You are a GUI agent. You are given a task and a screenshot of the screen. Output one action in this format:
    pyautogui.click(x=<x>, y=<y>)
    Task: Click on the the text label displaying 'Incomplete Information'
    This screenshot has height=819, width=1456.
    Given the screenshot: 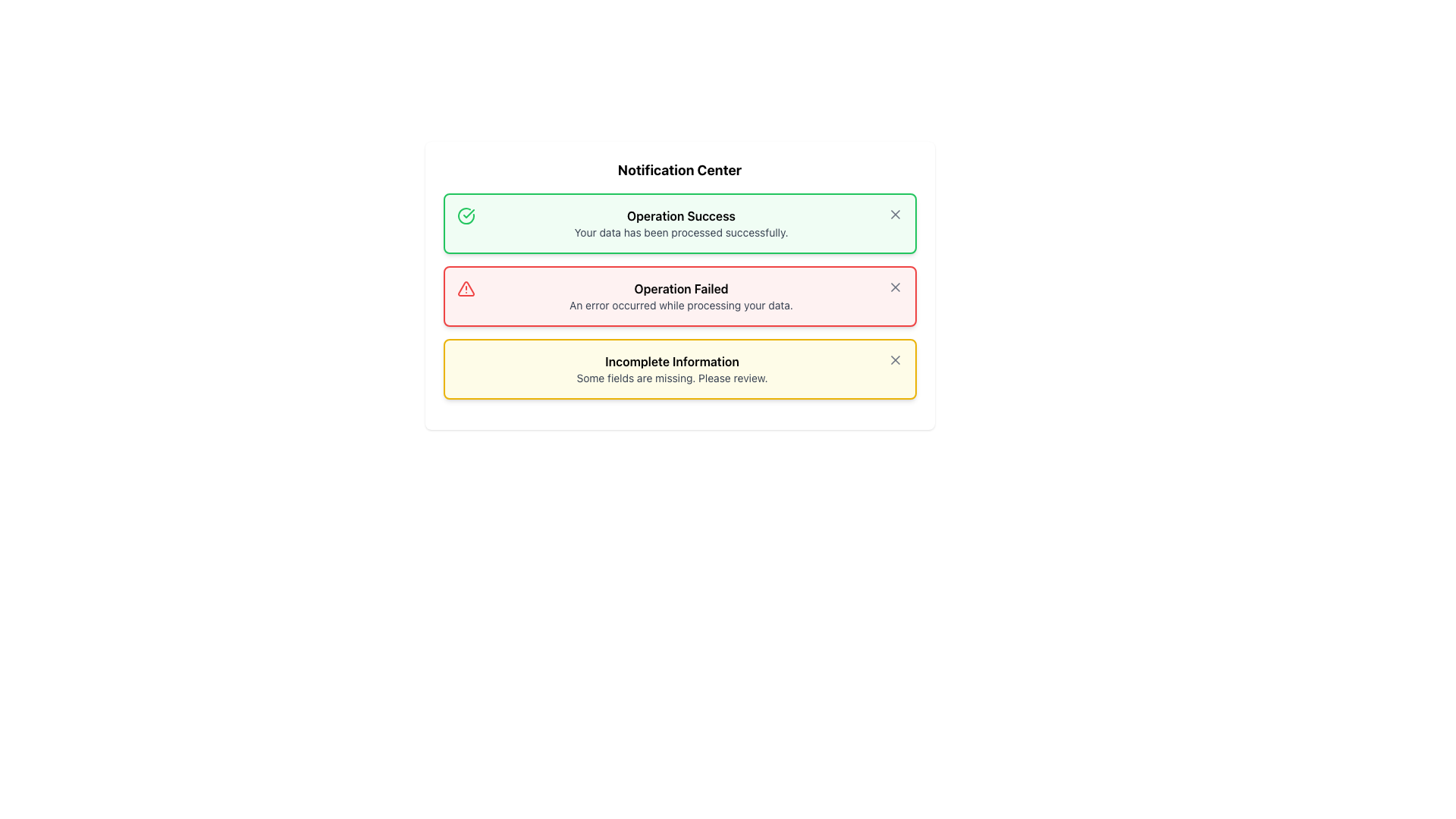 What is the action you would take?
    pyautogui.click(x=671, y=362)
    